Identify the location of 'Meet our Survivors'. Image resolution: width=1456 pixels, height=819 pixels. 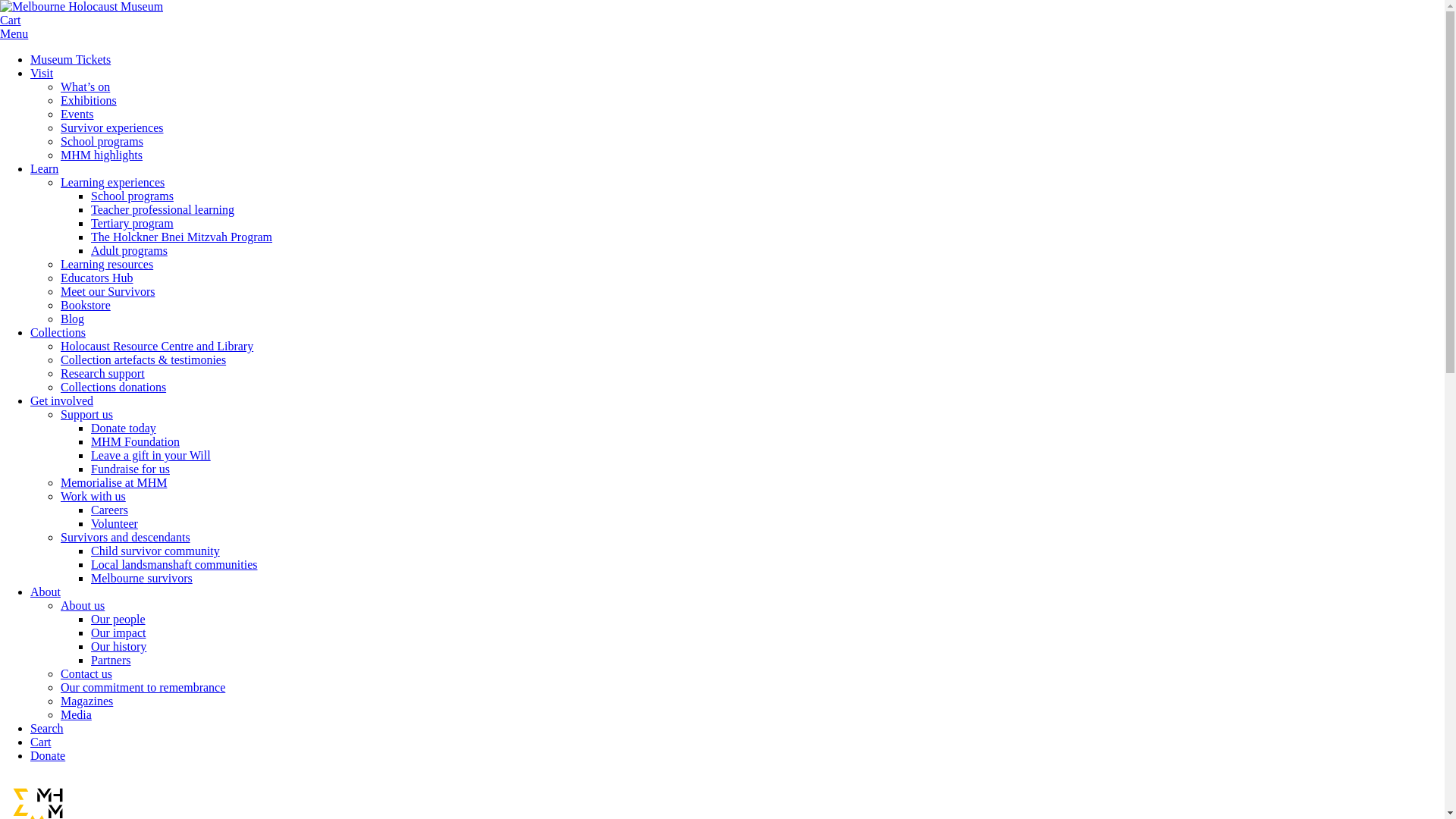
(107, 291).